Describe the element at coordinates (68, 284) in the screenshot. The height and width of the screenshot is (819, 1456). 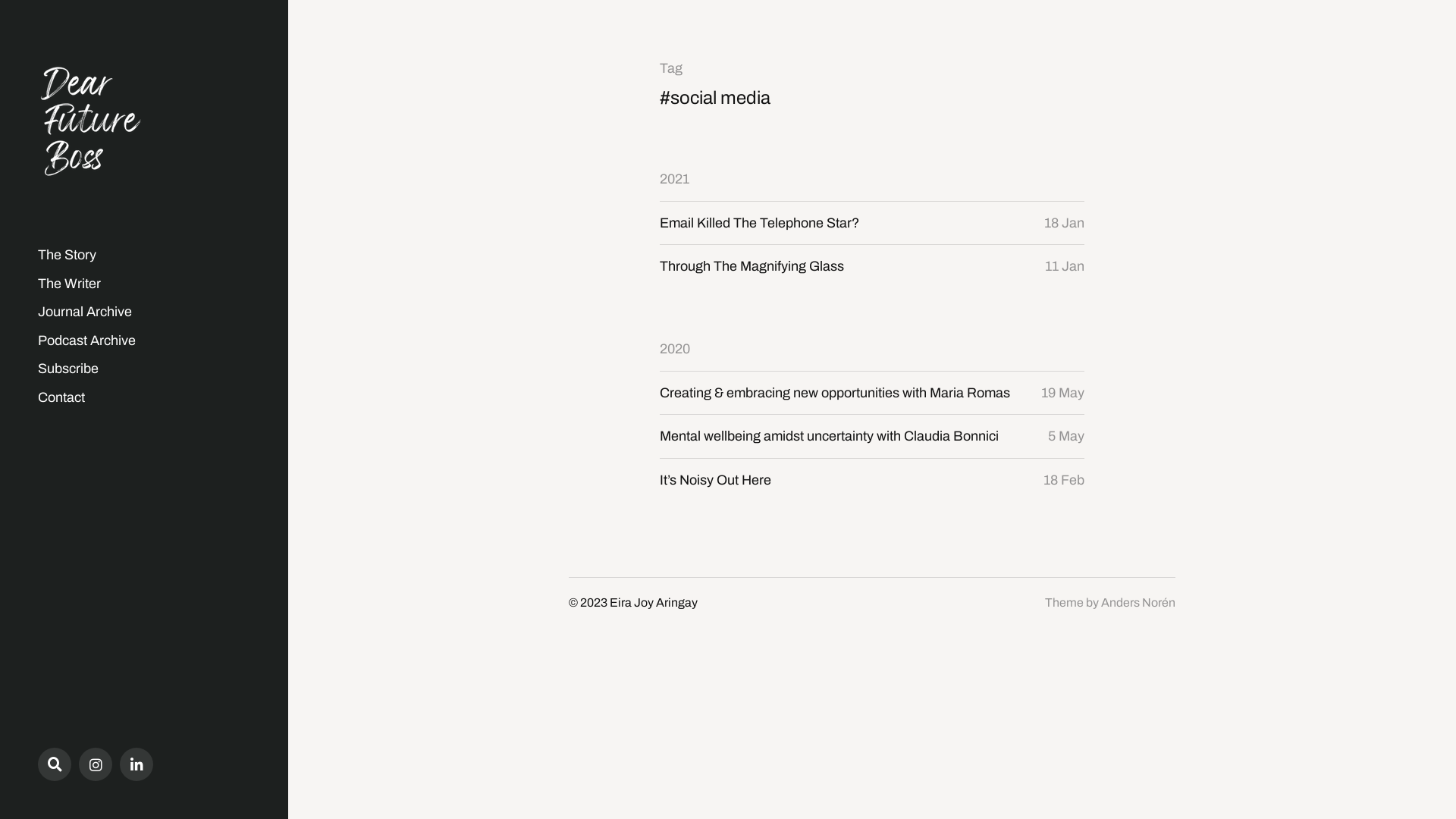
I see `'The Writer'` at that location.